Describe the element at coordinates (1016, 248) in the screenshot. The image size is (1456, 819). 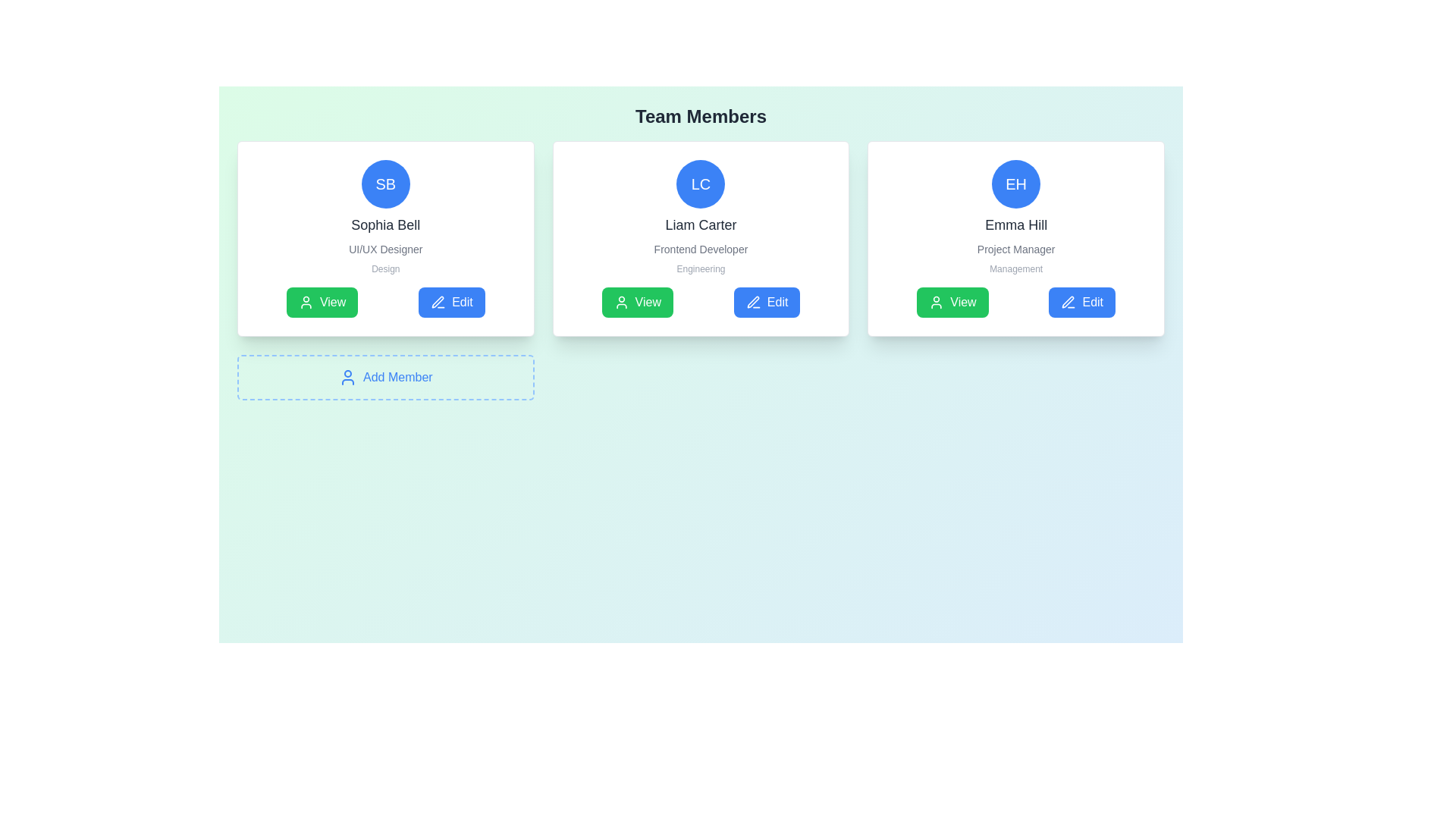
I see `the Text Label element displaying 'Project Manager', which is positioned below the name 'Emma Hill' and above the designation 'Management' in the rightmost user information card` at that location.